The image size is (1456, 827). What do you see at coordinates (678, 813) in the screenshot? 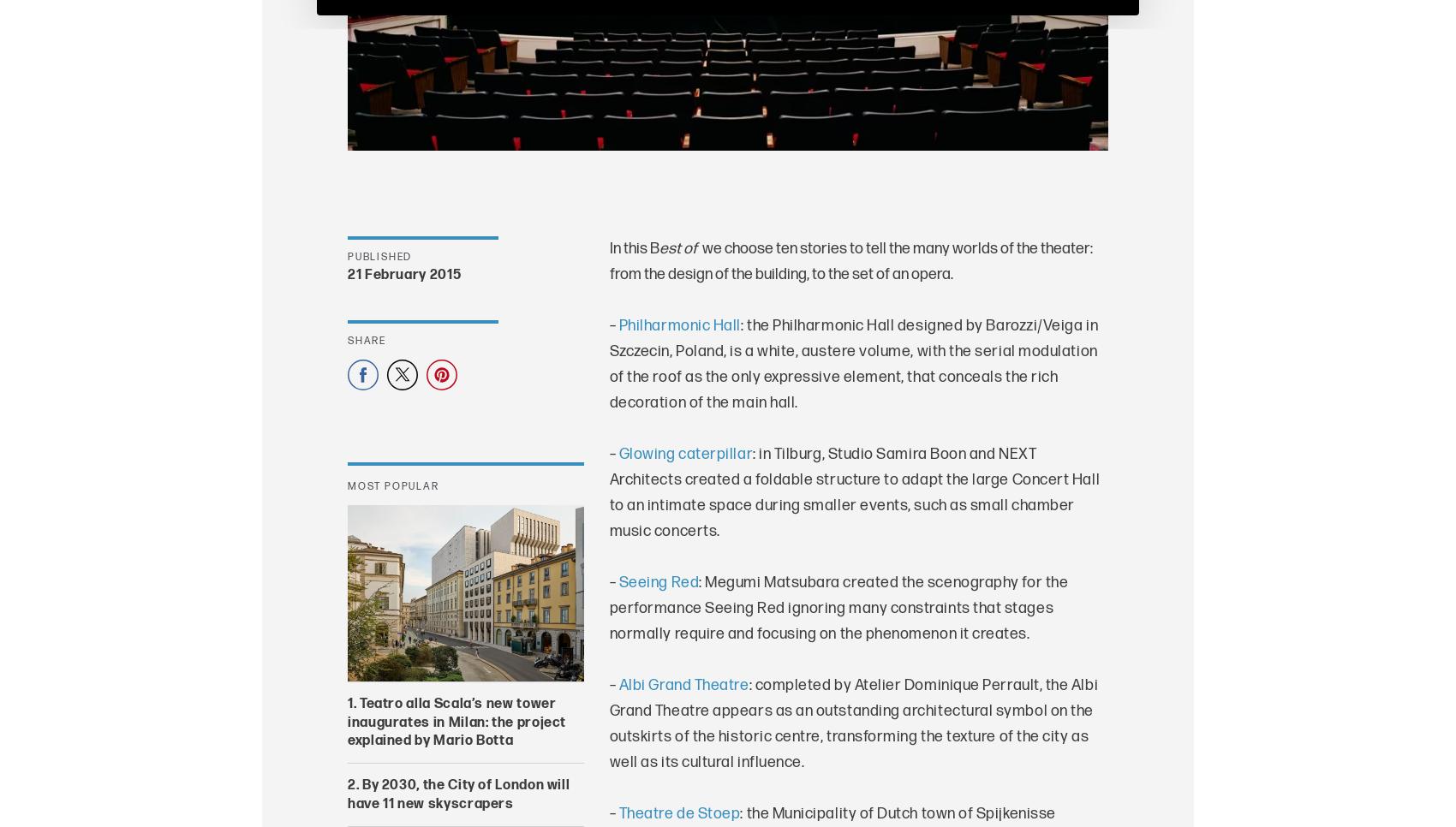
I see `'Theatre de Stoep'` at bounding box center [678, 813].